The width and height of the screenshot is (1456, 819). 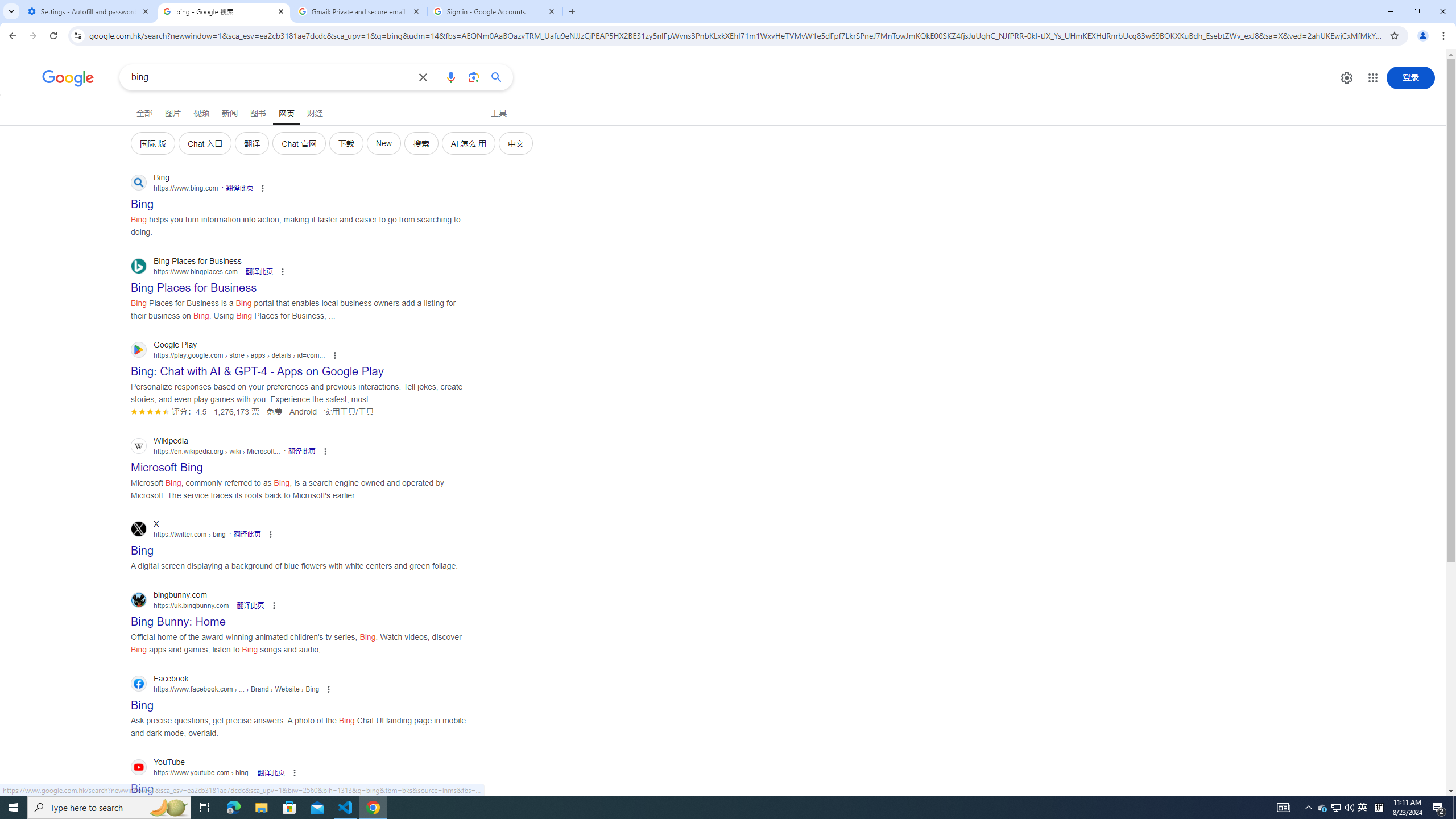 What do you see at coordinates (88, 11) in the screenshot?
I see `'Settings - Autofill and passwords'` at bounding box center [88, 11].